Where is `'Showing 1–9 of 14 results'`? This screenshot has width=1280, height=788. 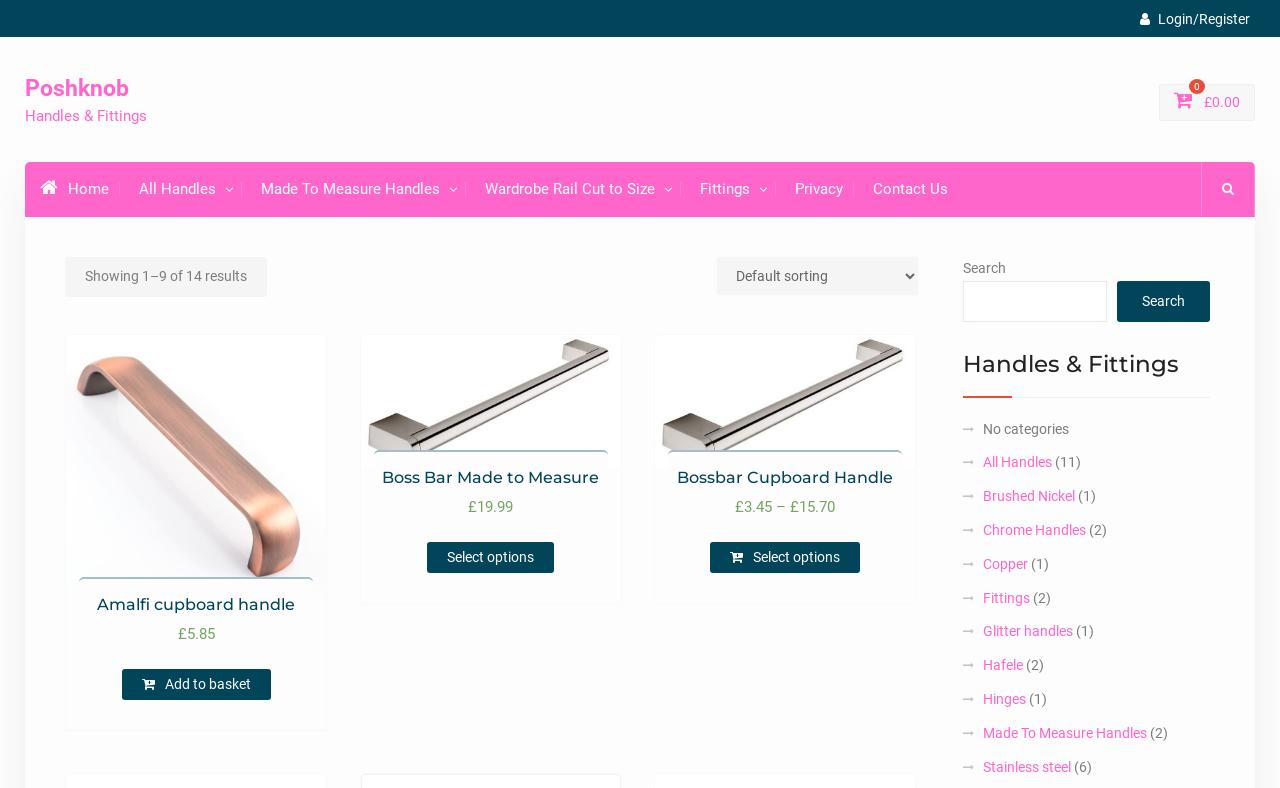 'Showing 1–9 of 14 results' is located at coordinates (166, 275).